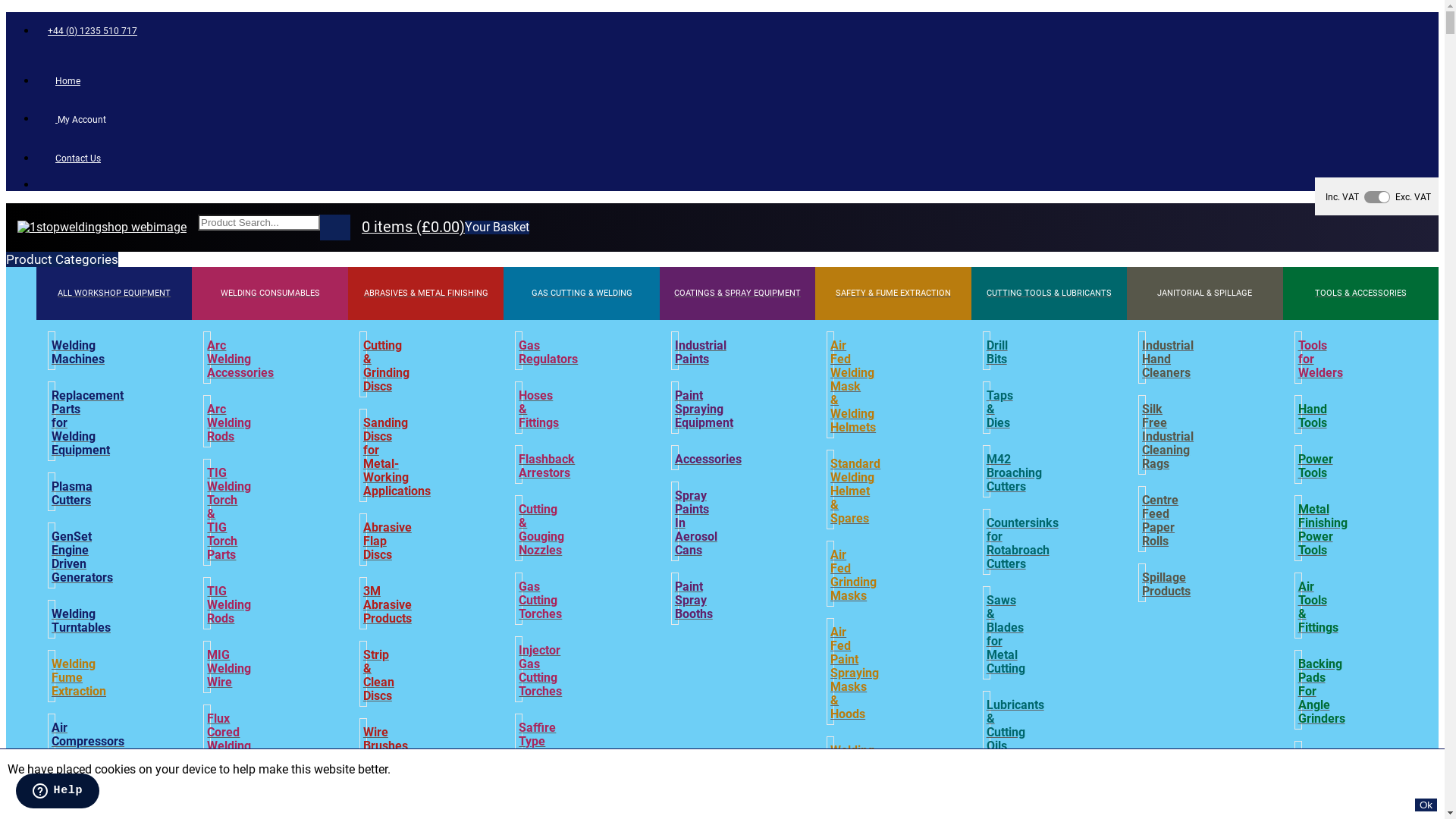  Describe the element at coordinates (693, 599) in the screenshot. I see `'Paint Spray Booths'` at that location.